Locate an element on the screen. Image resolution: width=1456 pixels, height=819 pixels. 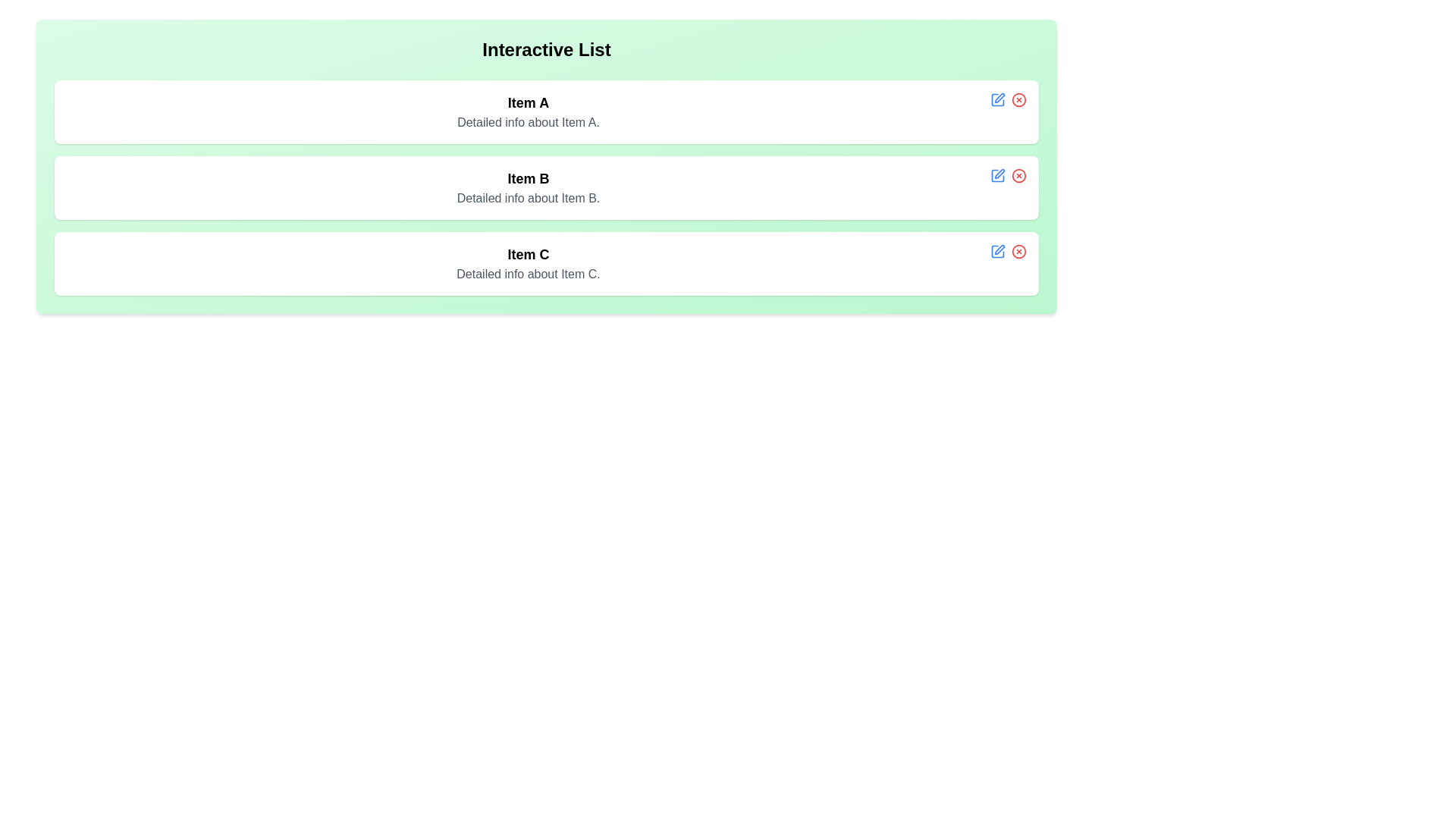
the delete button located at the end of the row in the first item of the interactive list is located at coordinates (1019, 99).